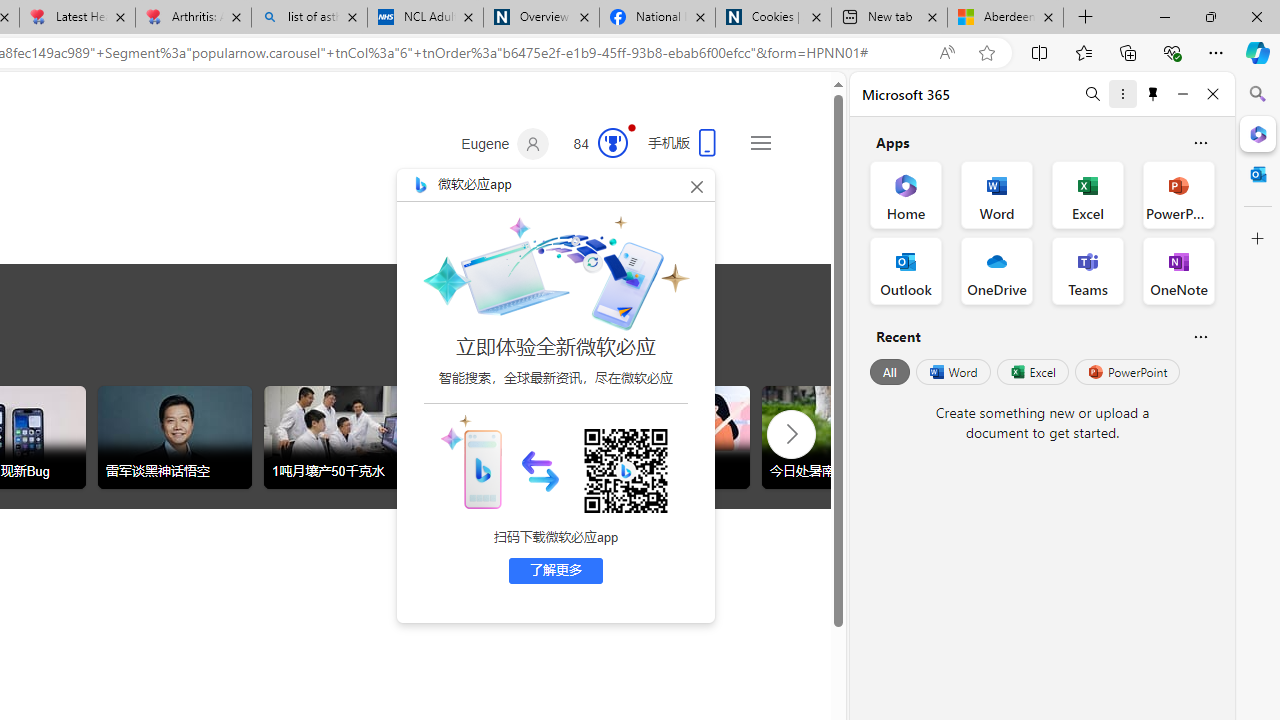 This screenshot has height=720, width=1280. I want to click on 'Unpin side pane', so click(1153, 93).